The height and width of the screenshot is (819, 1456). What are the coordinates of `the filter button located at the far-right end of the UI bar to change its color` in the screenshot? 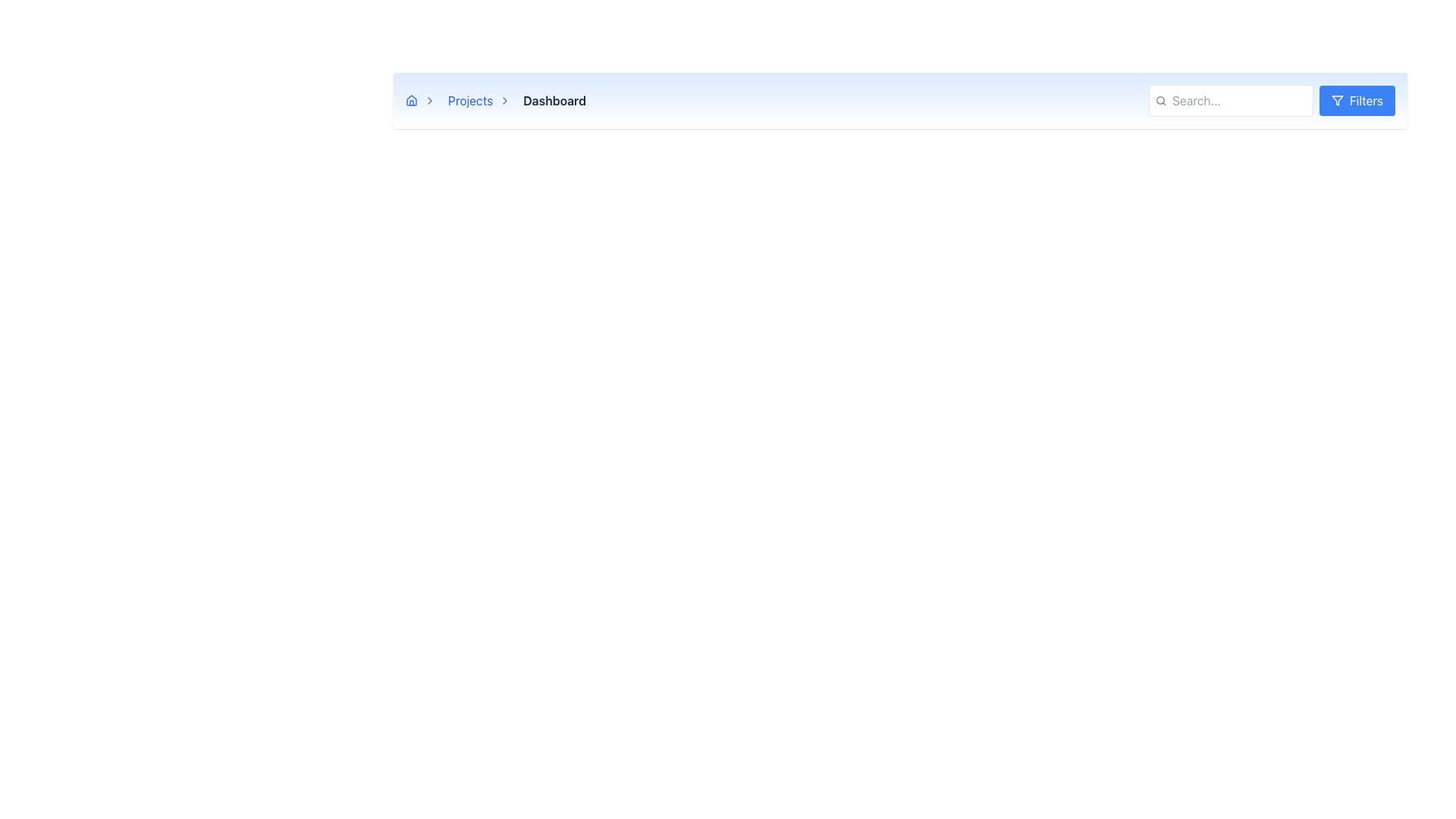 It's located at (1357, 100).